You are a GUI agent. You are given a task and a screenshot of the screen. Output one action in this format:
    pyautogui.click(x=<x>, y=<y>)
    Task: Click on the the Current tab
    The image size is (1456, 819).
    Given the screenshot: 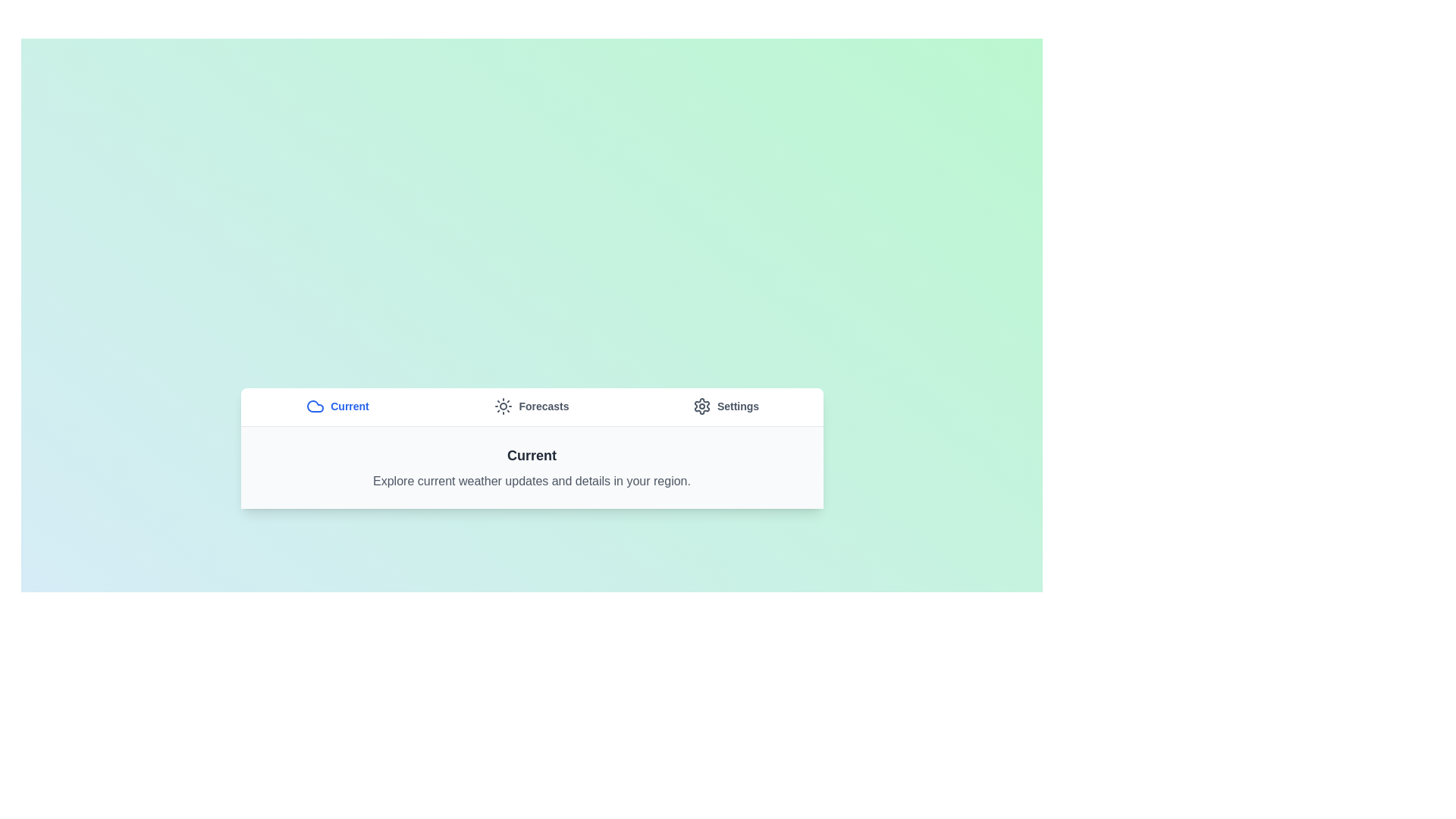 What is the action you would take?
    pyautogui.click(x=337, y=406)
    